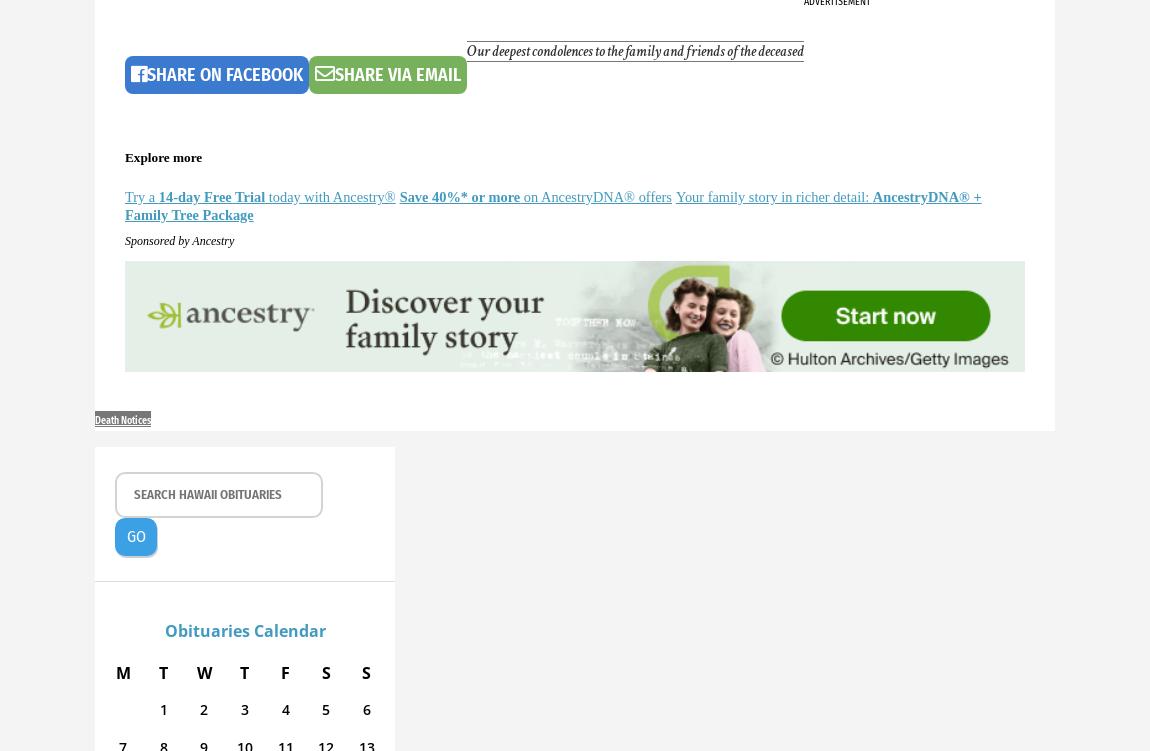  What do you see at coordinates (178, 239) in the screenshot?
I see `'Sponsored by Ancestry'` at bounding box center [178, 239].